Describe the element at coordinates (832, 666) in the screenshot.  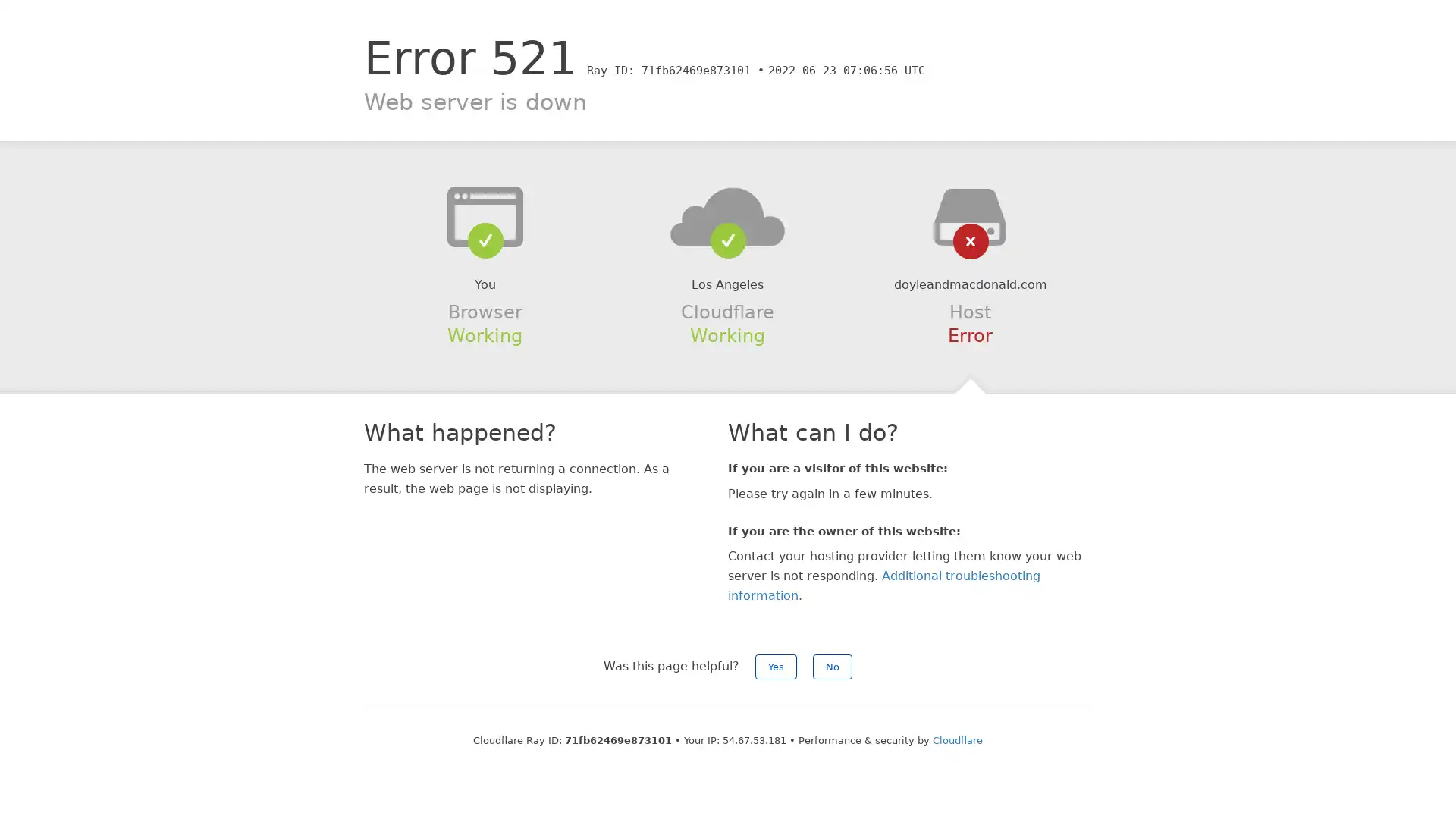
I see `No` at that location.